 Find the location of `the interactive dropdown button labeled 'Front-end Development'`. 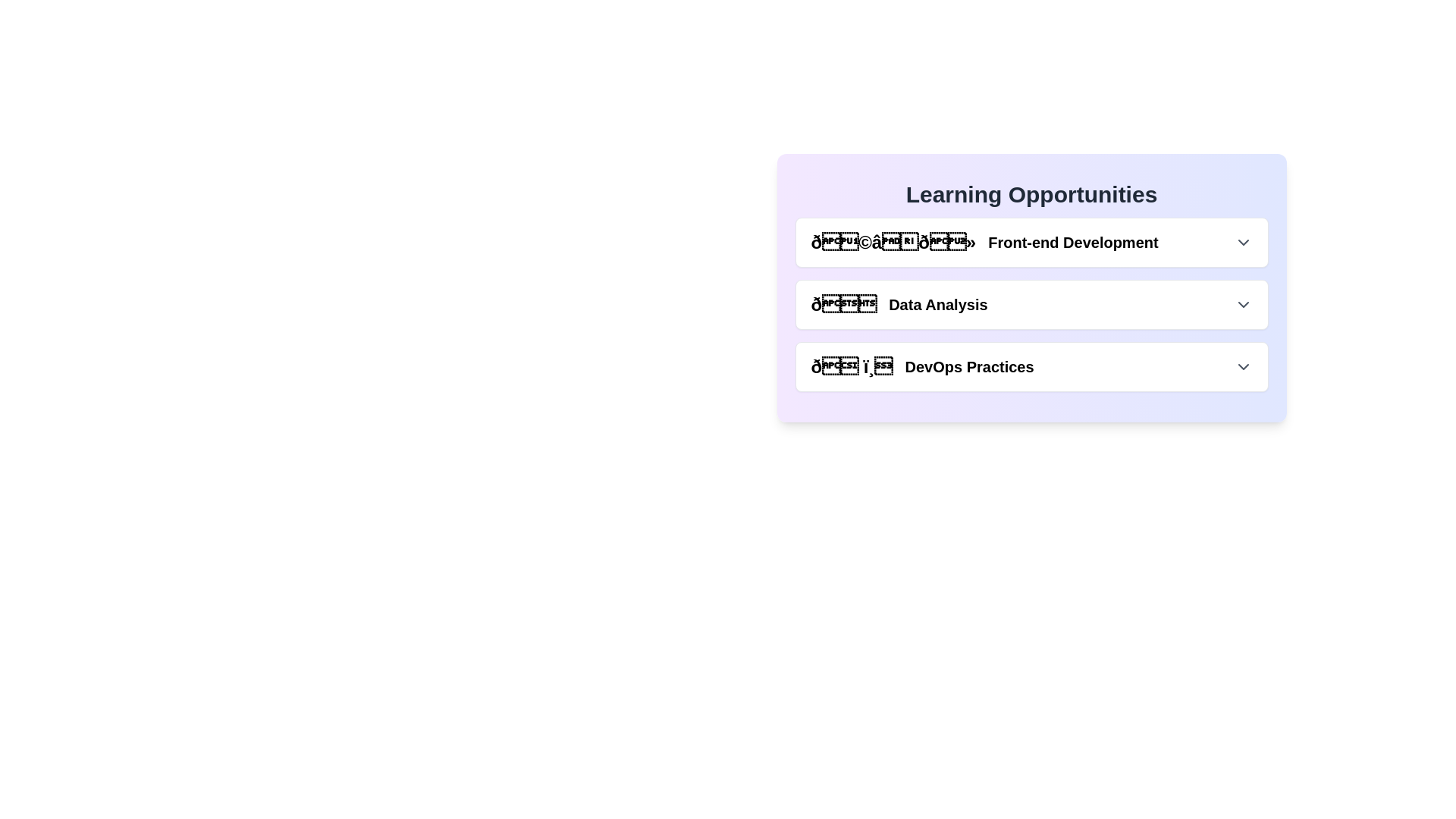

the interactive dropdown button labeled 'Front-end Development' is located at coordinates (1031, 242).